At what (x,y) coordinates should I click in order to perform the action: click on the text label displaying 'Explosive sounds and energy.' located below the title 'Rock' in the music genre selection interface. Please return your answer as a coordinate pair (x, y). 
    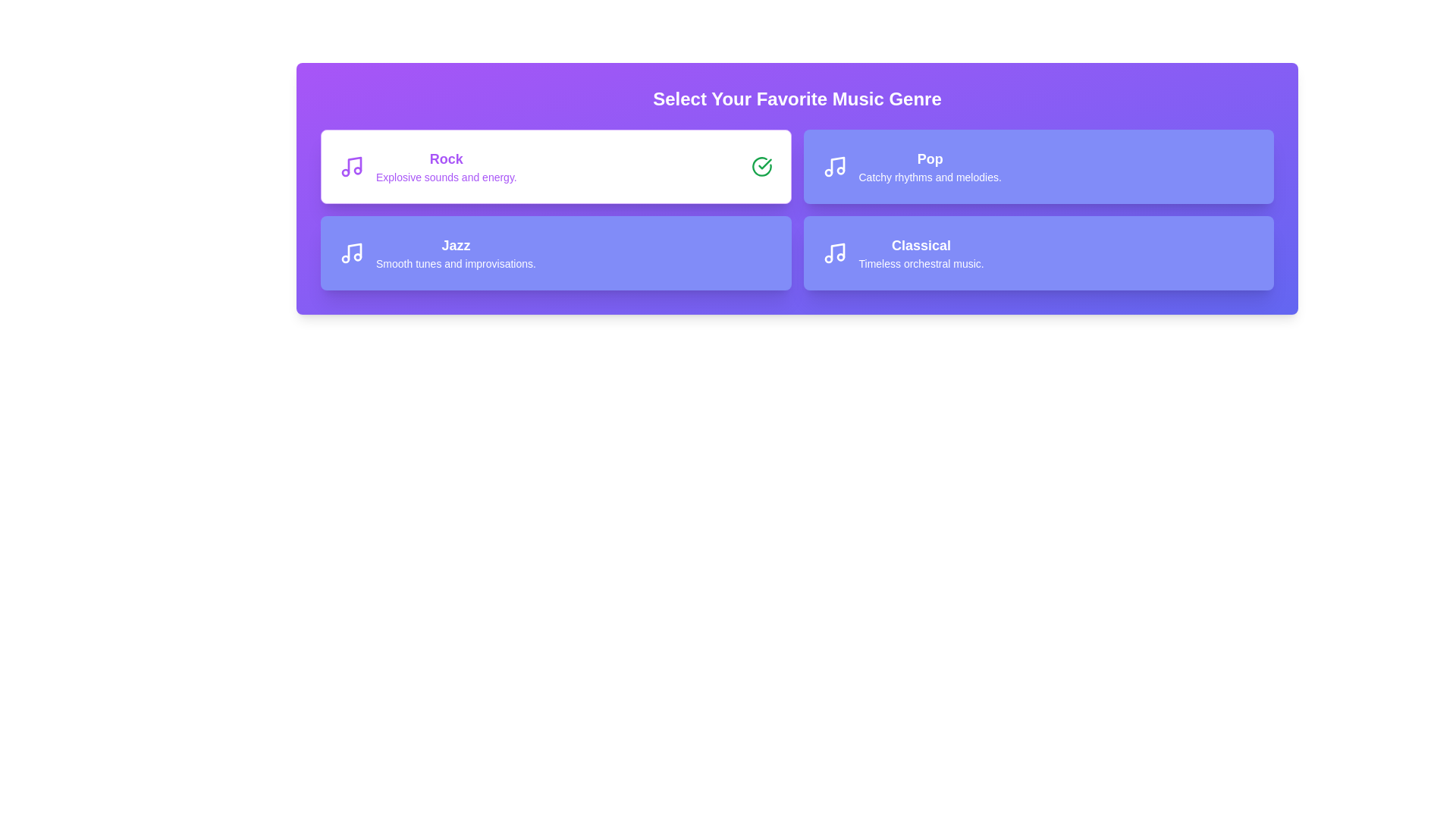
    Looking at the image, I should click on (445, 177).